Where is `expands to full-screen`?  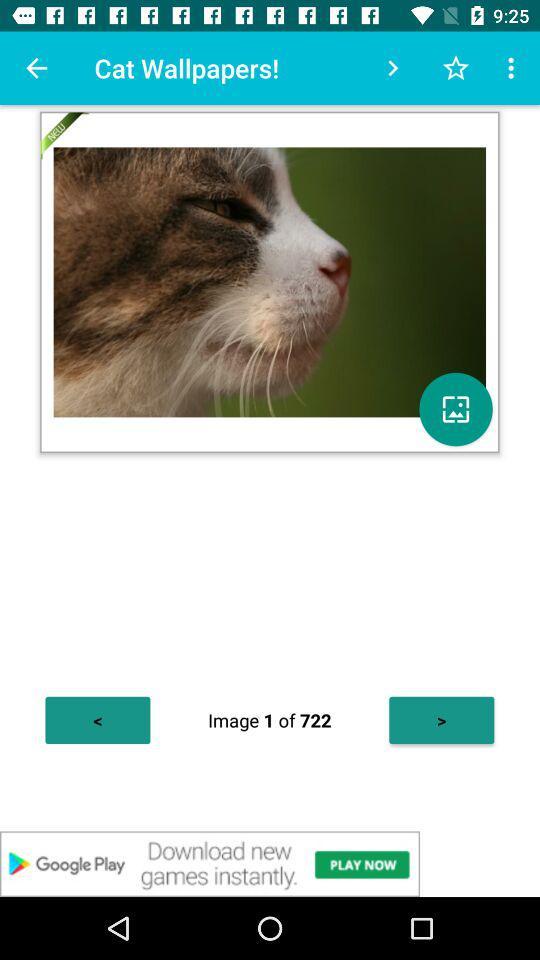
expands to full-screen is located at coordinates (455, 408).